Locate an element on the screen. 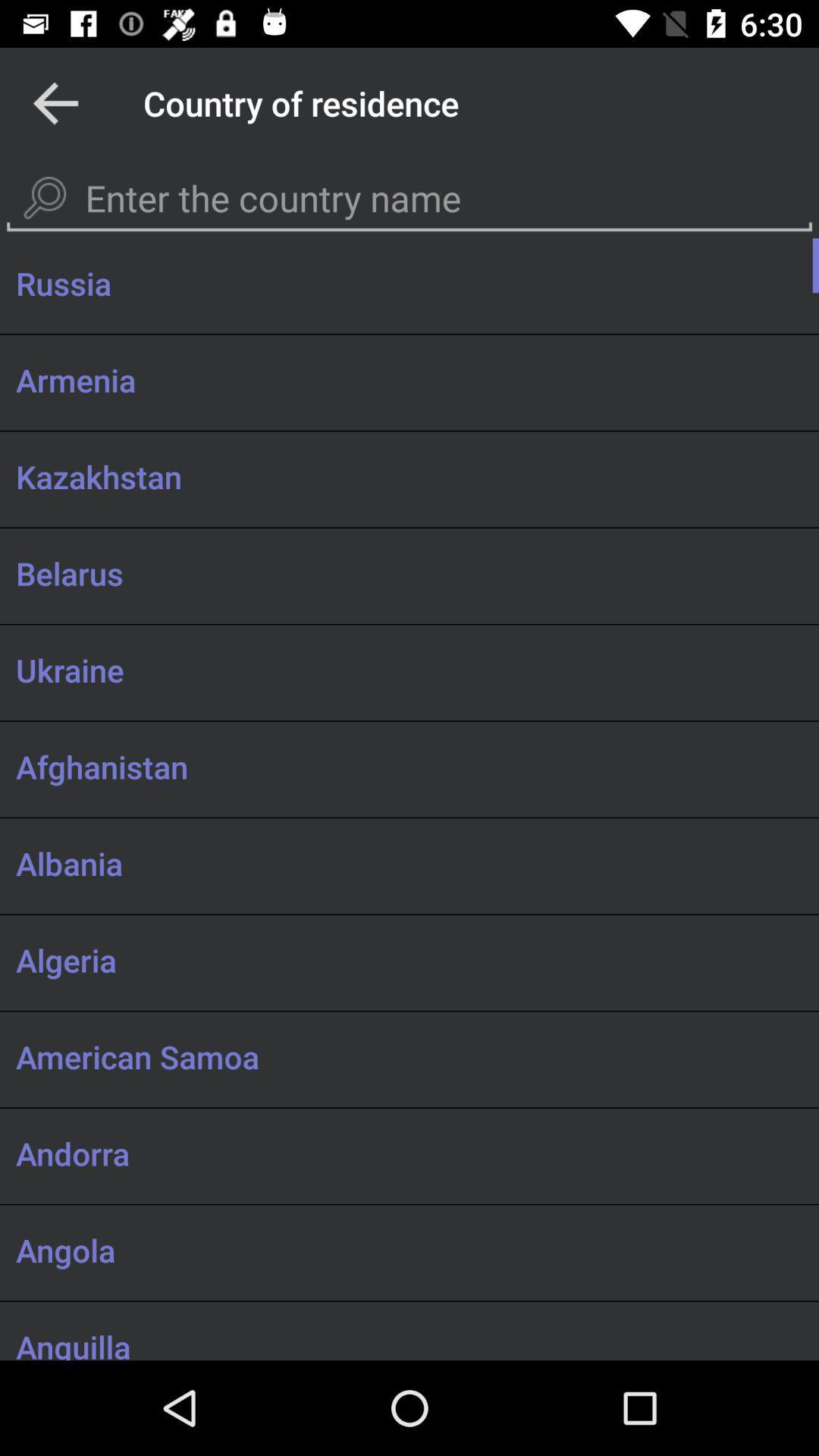 The width and height of the screenshot is (819, 1456). go back is located at coordinates (55, 102).